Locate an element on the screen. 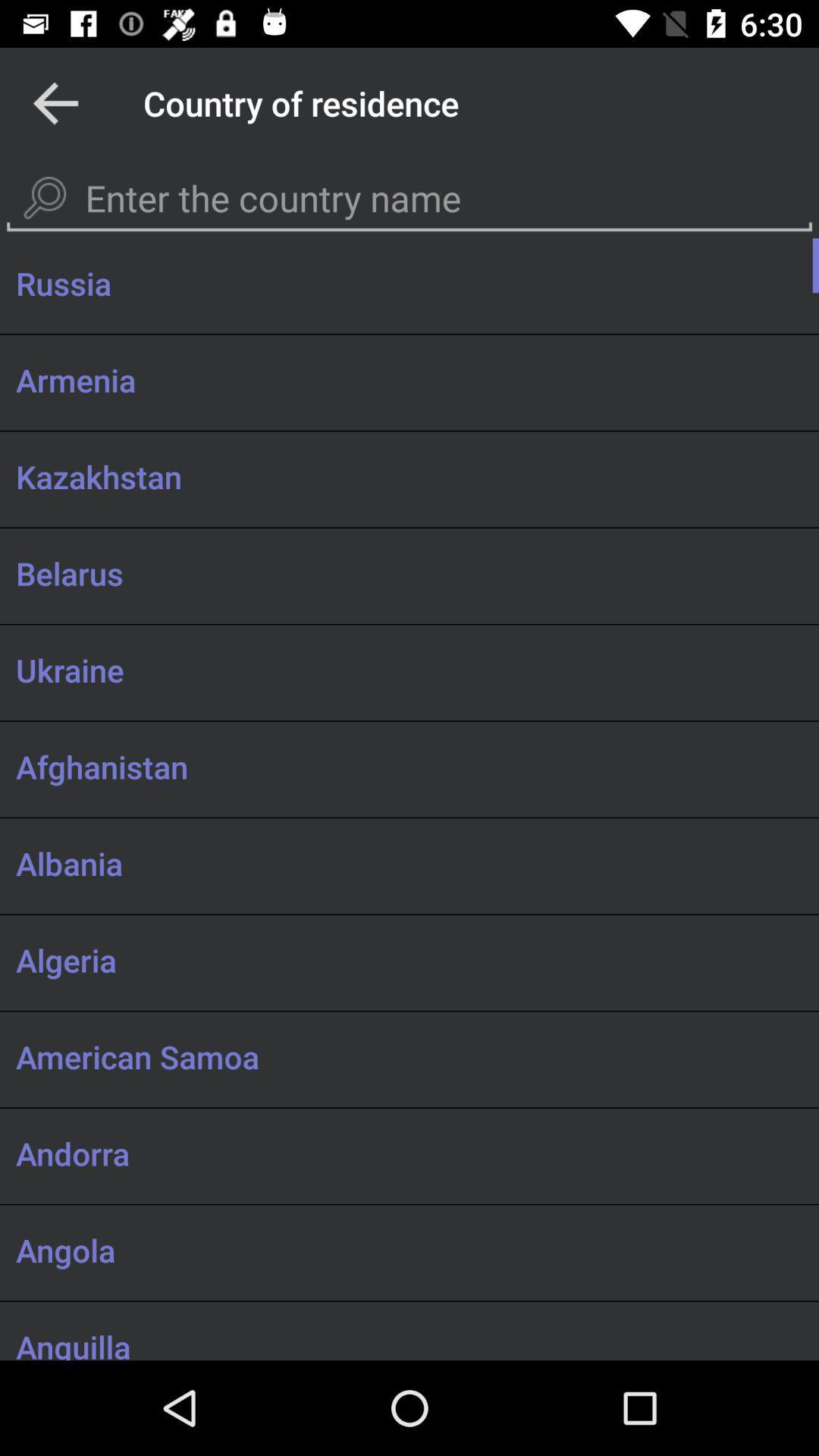 The width and height of the screenshot is (819, 1456). go back is located at coordinates (55, 102).